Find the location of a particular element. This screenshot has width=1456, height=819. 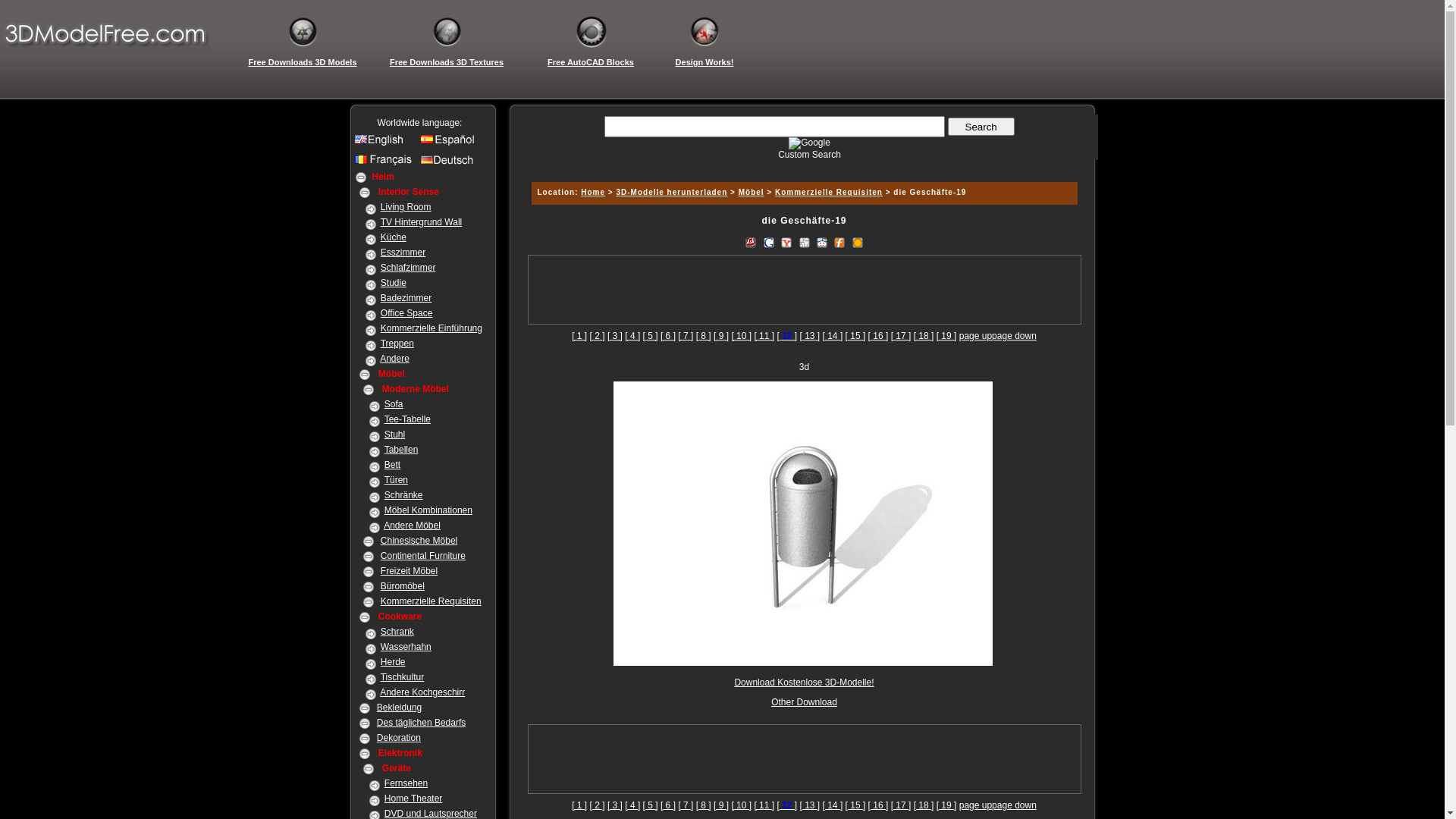

'Herde' is located at coordinates (393, 661).